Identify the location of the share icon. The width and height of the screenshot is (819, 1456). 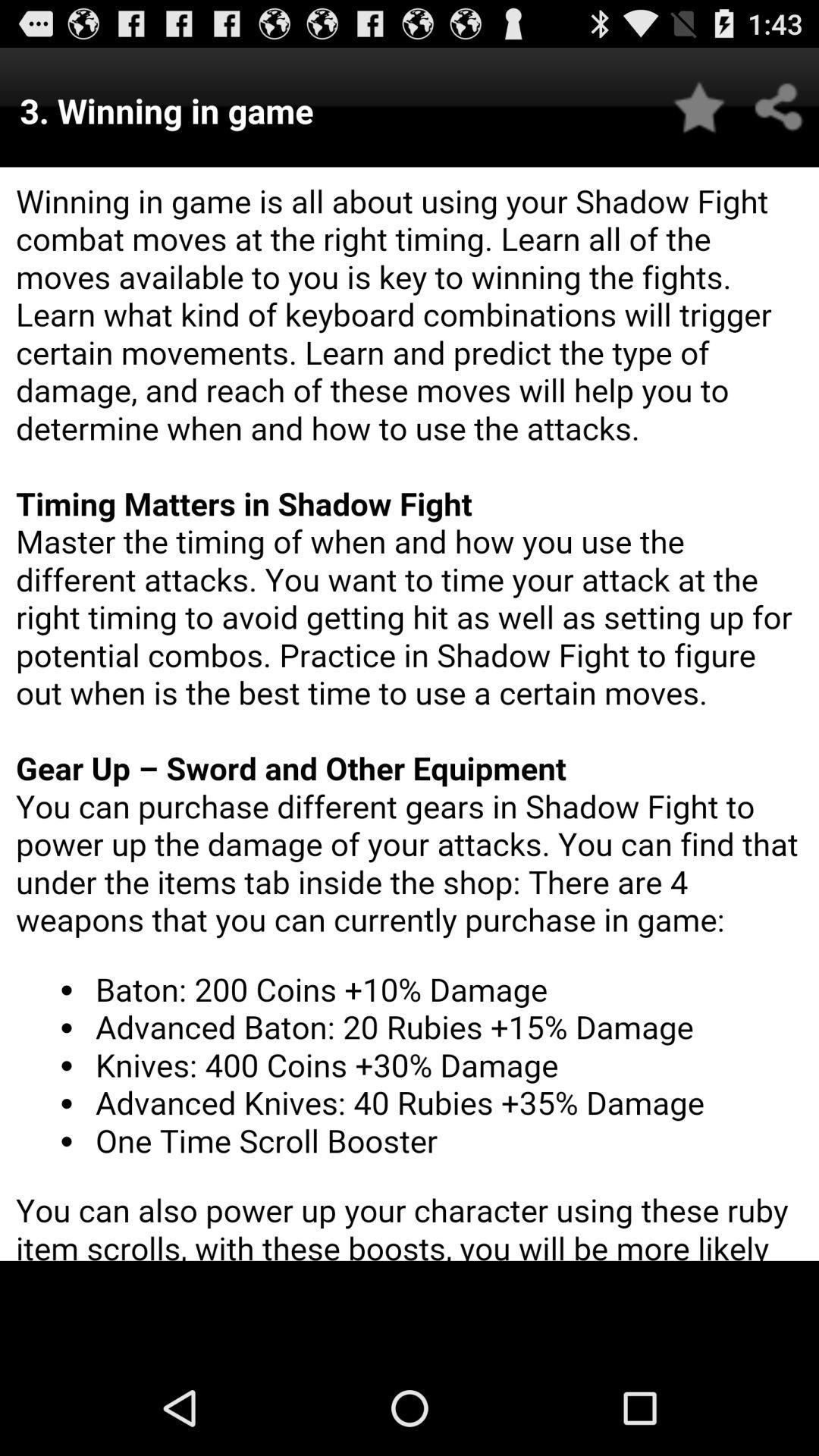
(779, 114).